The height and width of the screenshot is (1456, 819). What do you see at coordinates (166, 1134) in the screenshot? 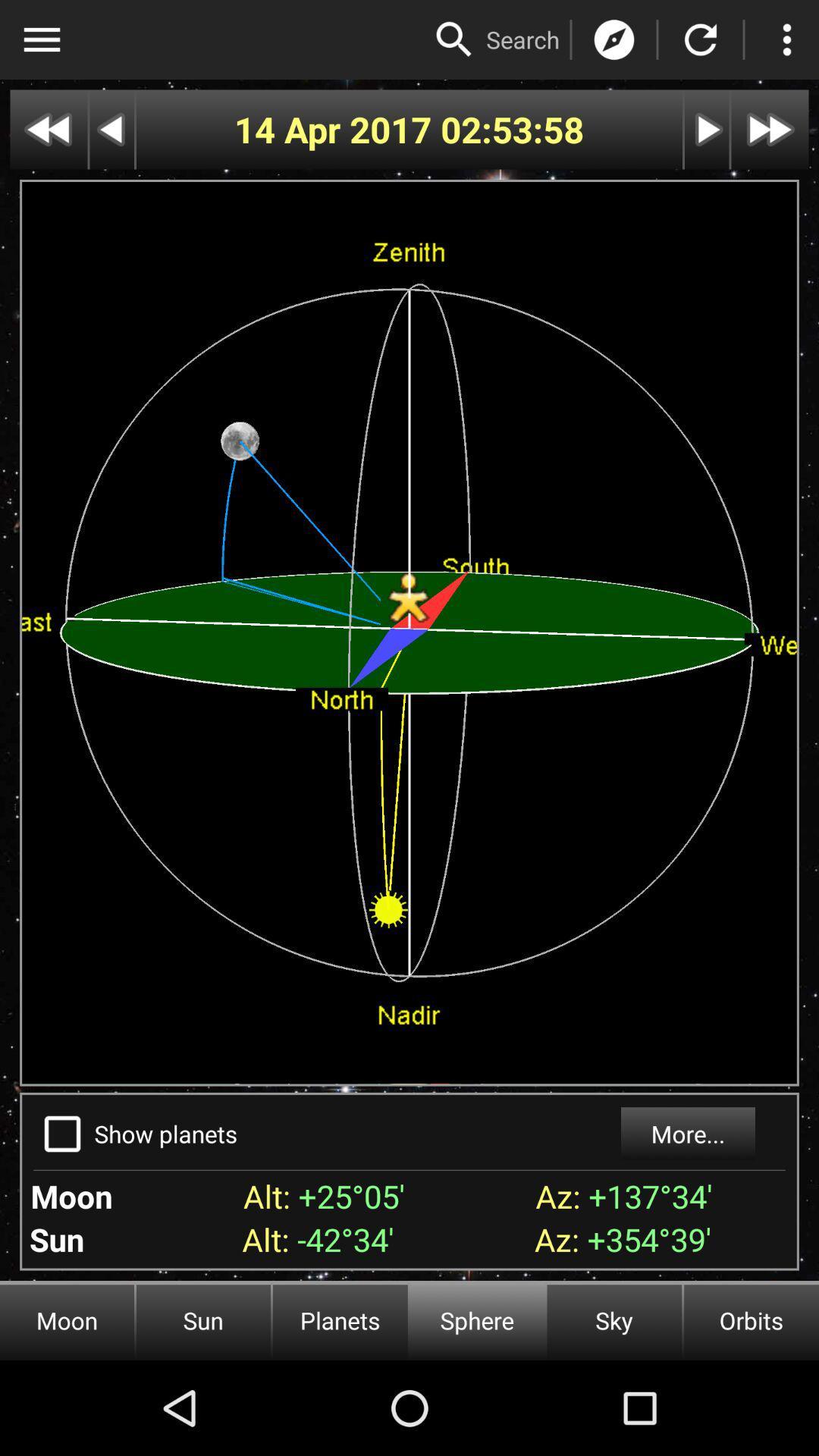
I see `show planets app` at bounding box center [166, 1134].